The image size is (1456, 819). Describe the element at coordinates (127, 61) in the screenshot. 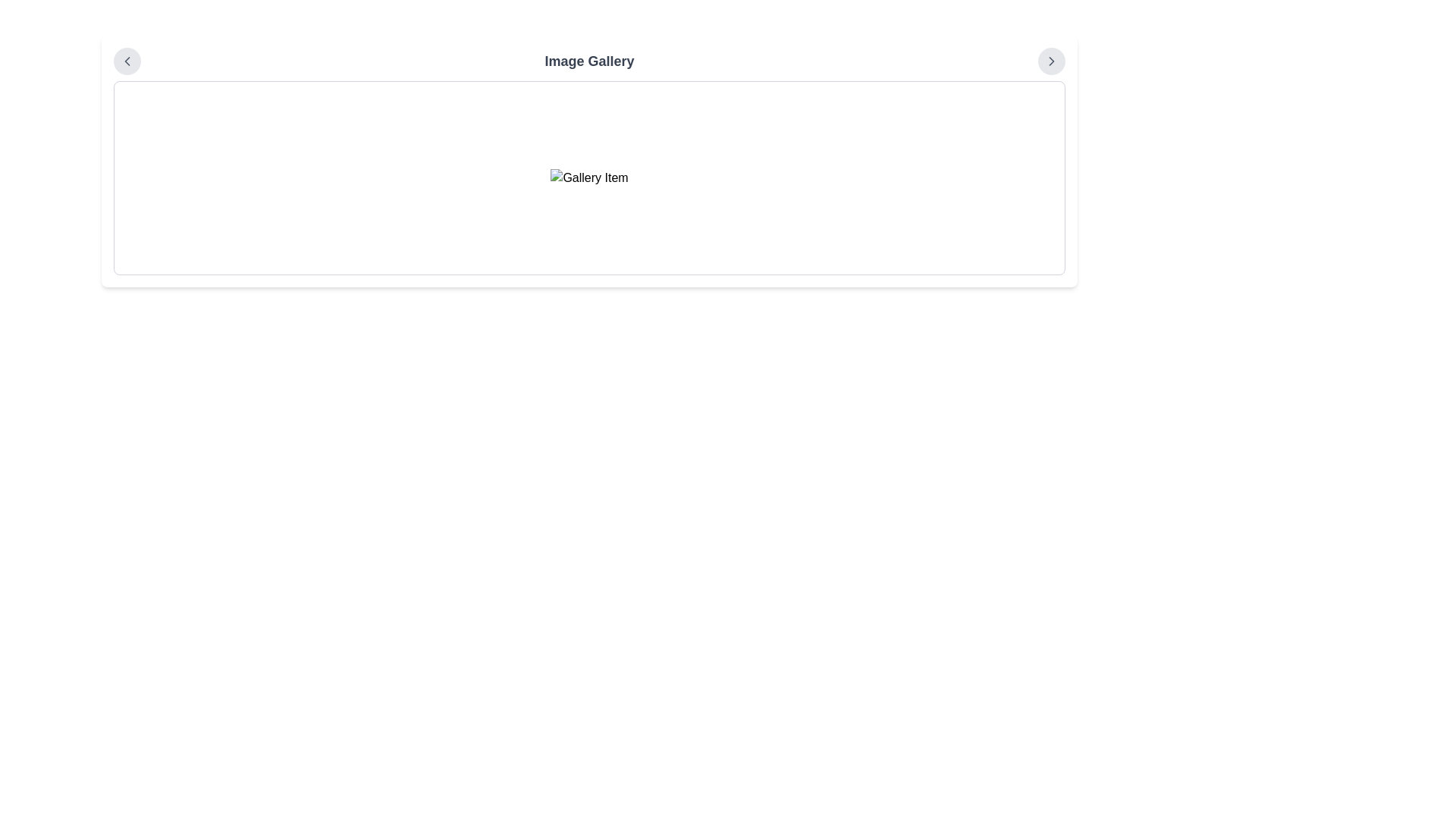

I see `the left-facing chevron icon located at the top-left corner of the interface` at that location.